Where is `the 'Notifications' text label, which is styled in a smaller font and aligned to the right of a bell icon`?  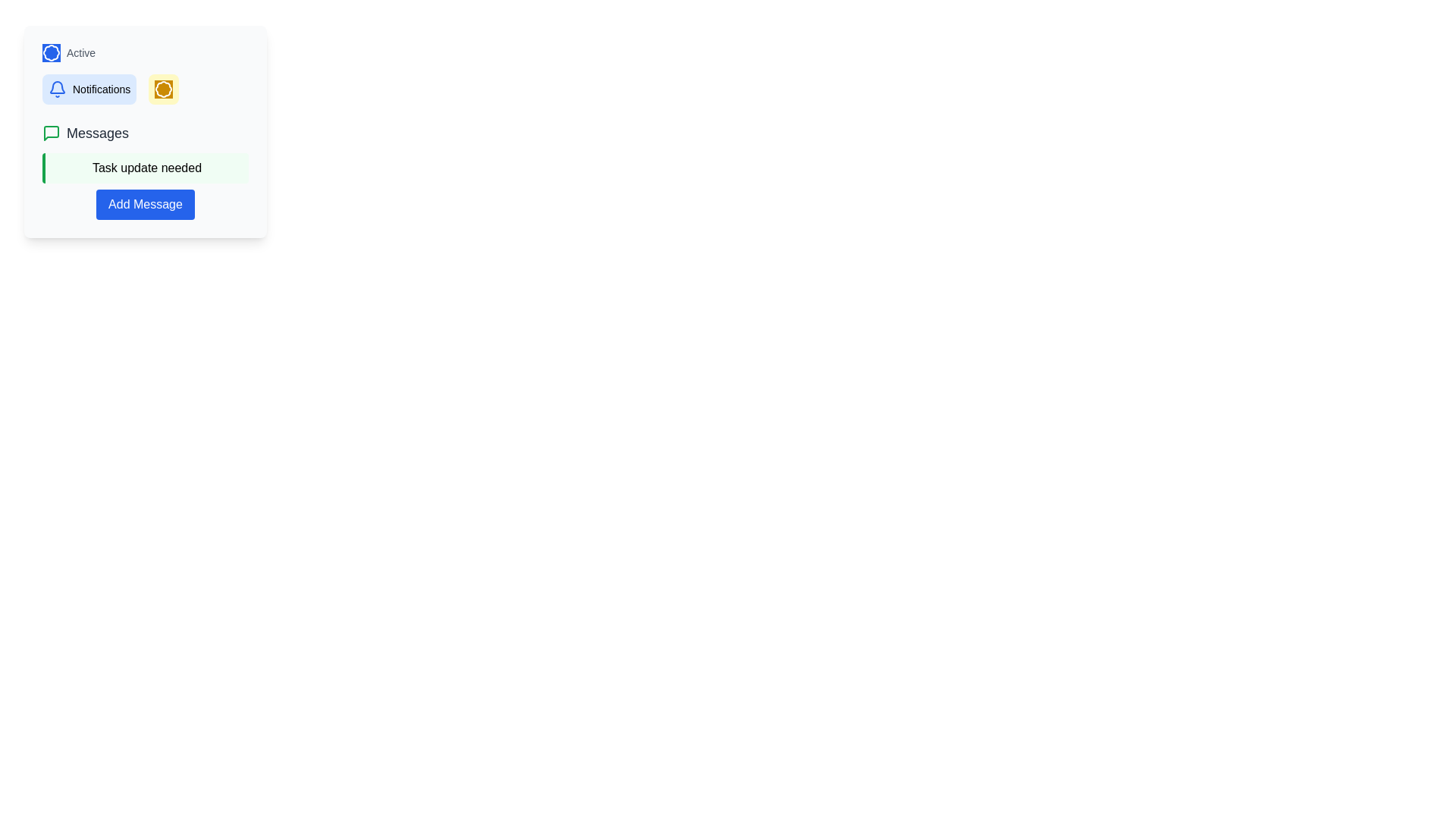 the 'Notifications' text label, which is styled in a smaller font and aligned to the right of a bell icon is located at coordinates (101, 89).